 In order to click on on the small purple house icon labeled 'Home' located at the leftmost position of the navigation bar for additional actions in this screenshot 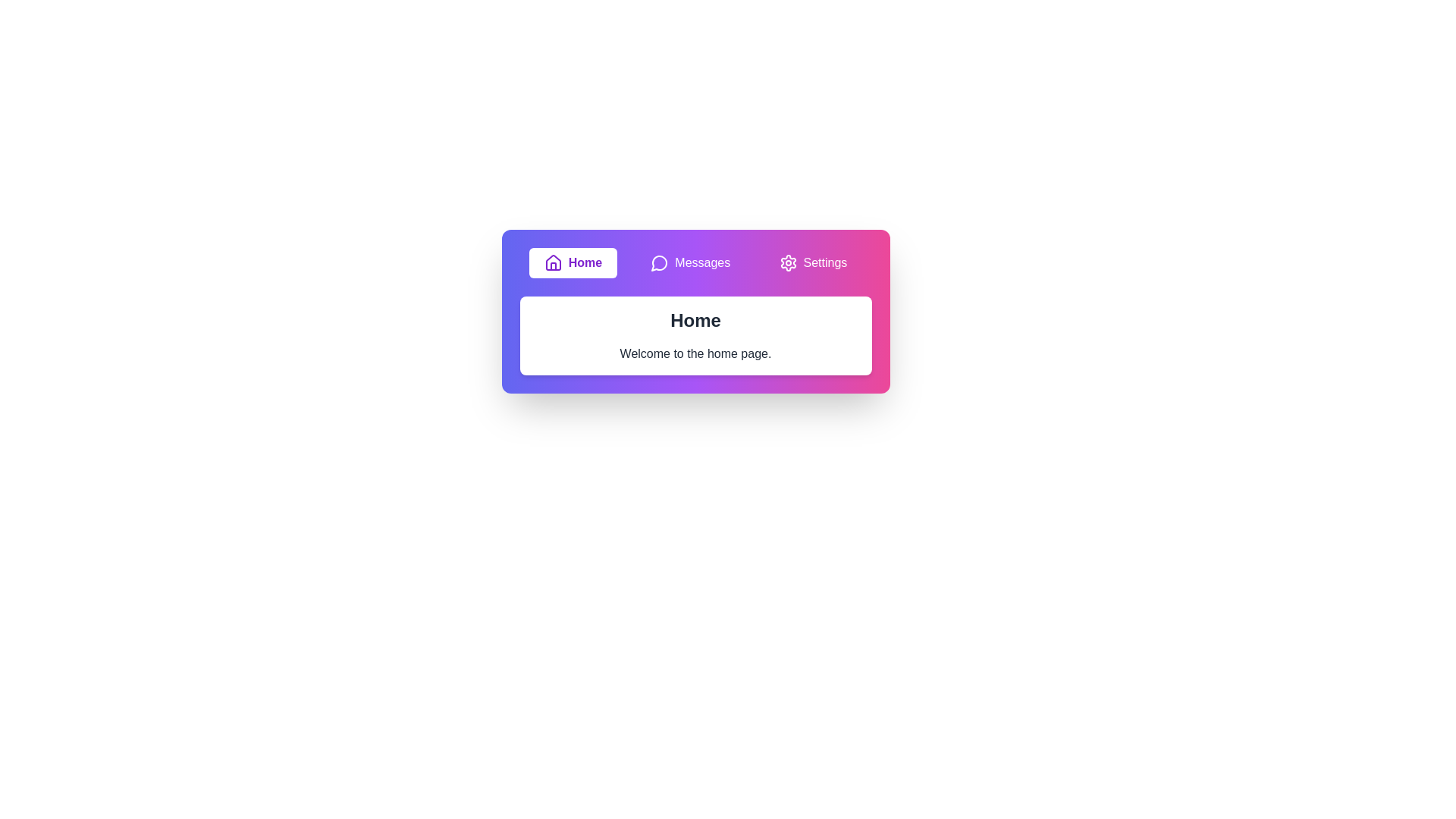, I will do `click(552, 262)`.